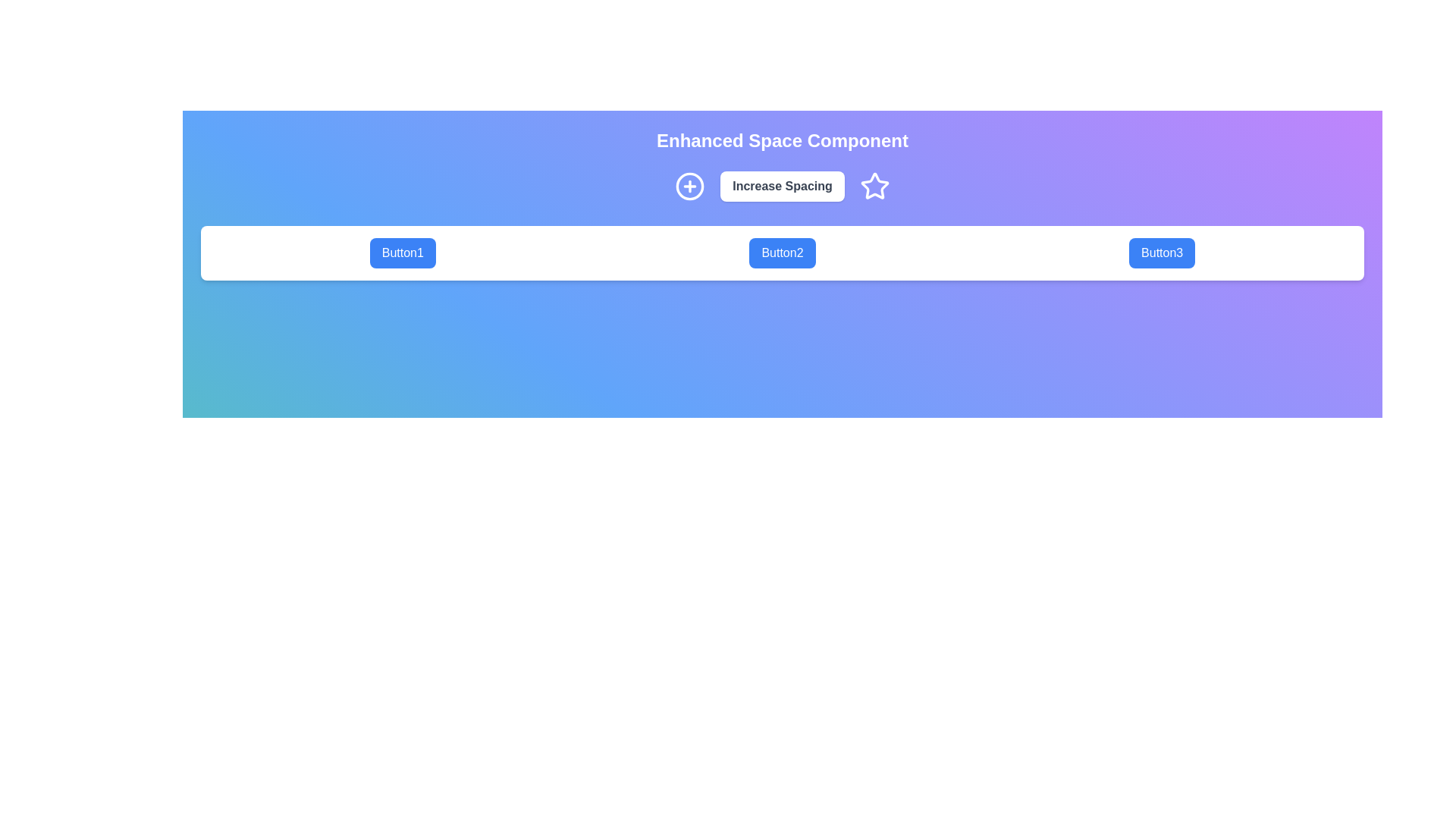 The width and height of the screenshot is (1456, 819). Describe the element at coordinates (1161, 253) in the screenshot. I see `the third button in a row of three buttons` at that location.